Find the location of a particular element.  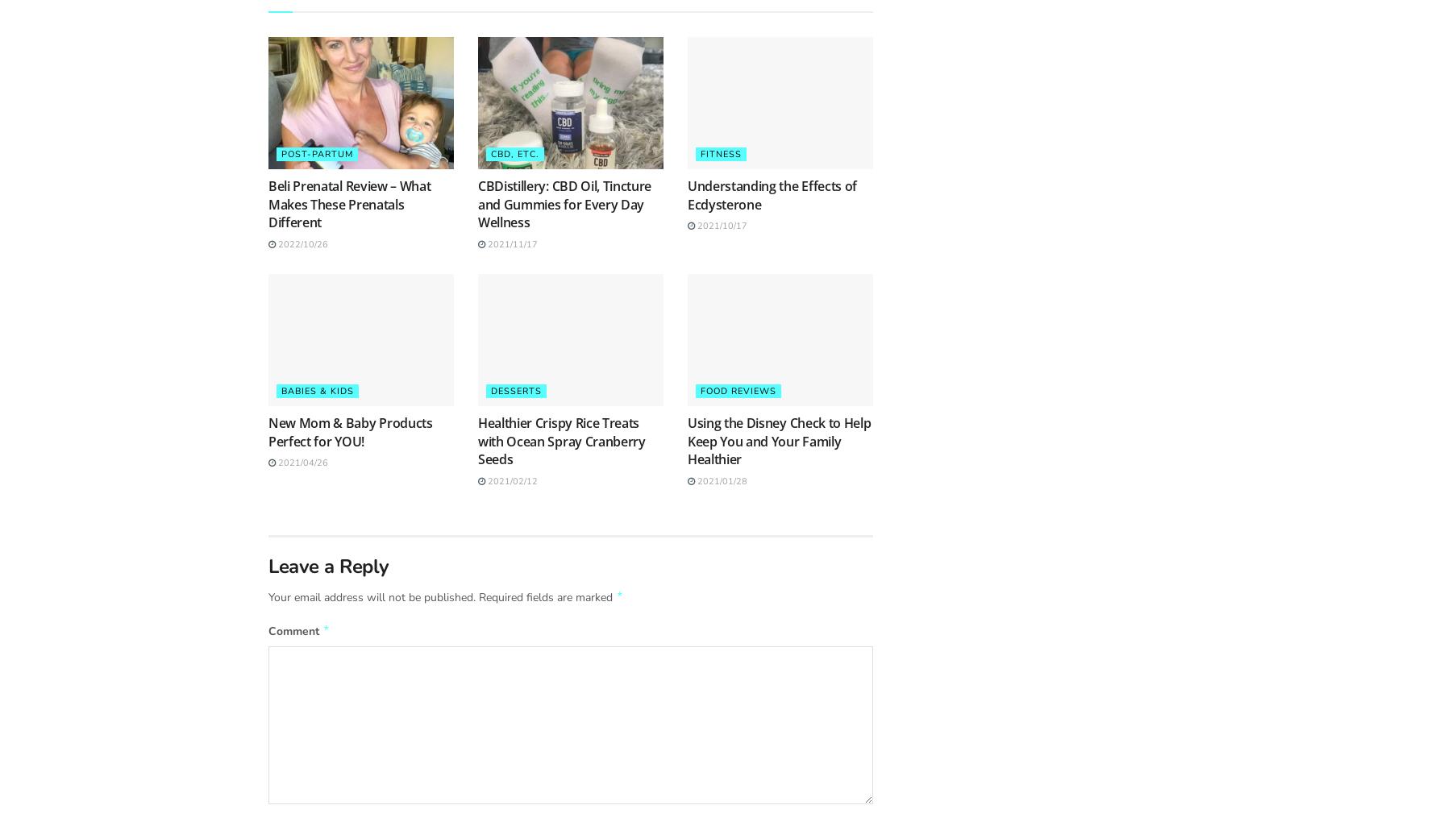

'CBDistillery: CBD Oil, Tincture and Gummies for Every Day Wellness' is located at coordinates (477, 203).